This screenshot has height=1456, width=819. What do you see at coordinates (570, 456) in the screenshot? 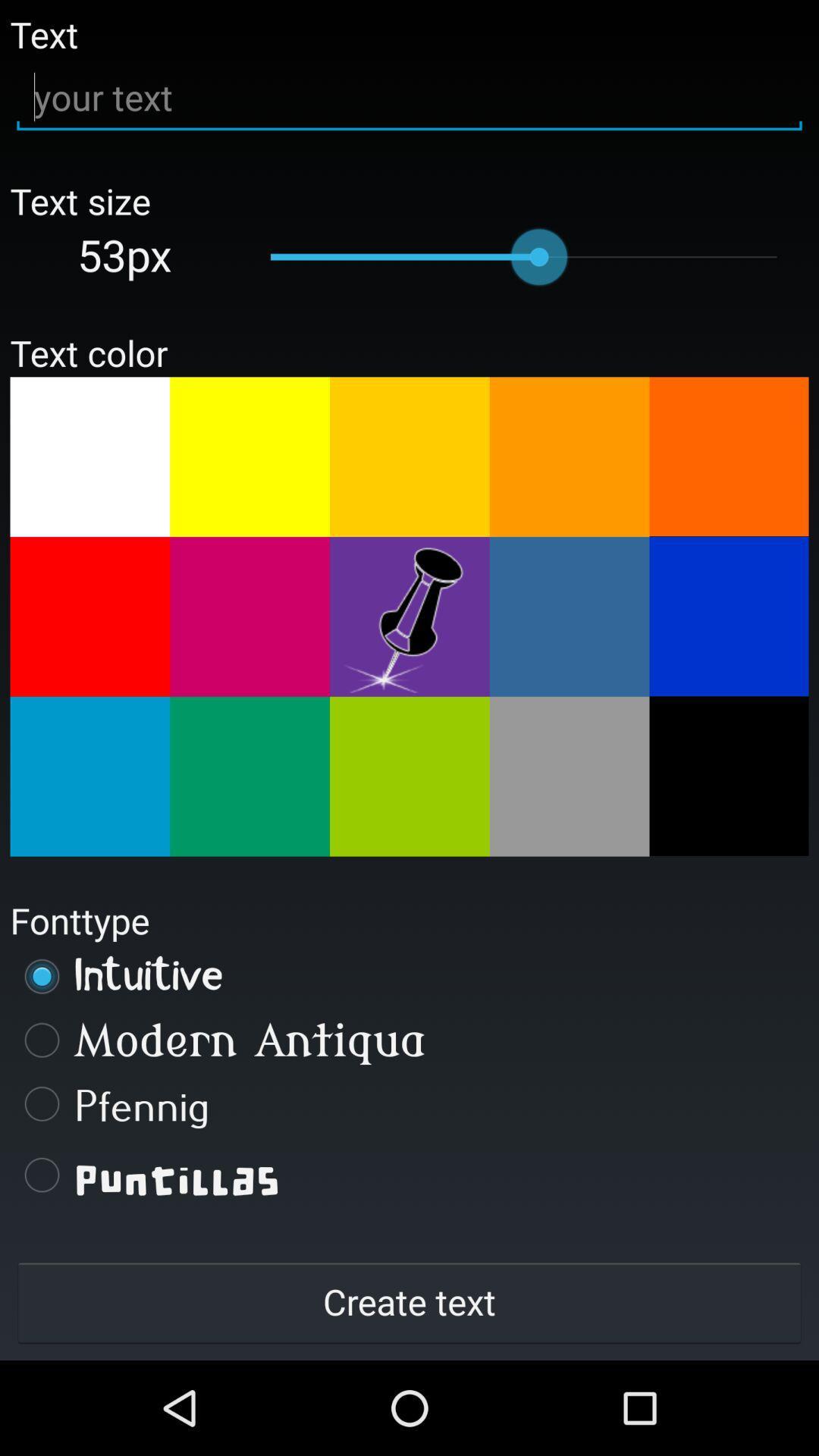
I see `medium orange` at bounding box center [570, 456].